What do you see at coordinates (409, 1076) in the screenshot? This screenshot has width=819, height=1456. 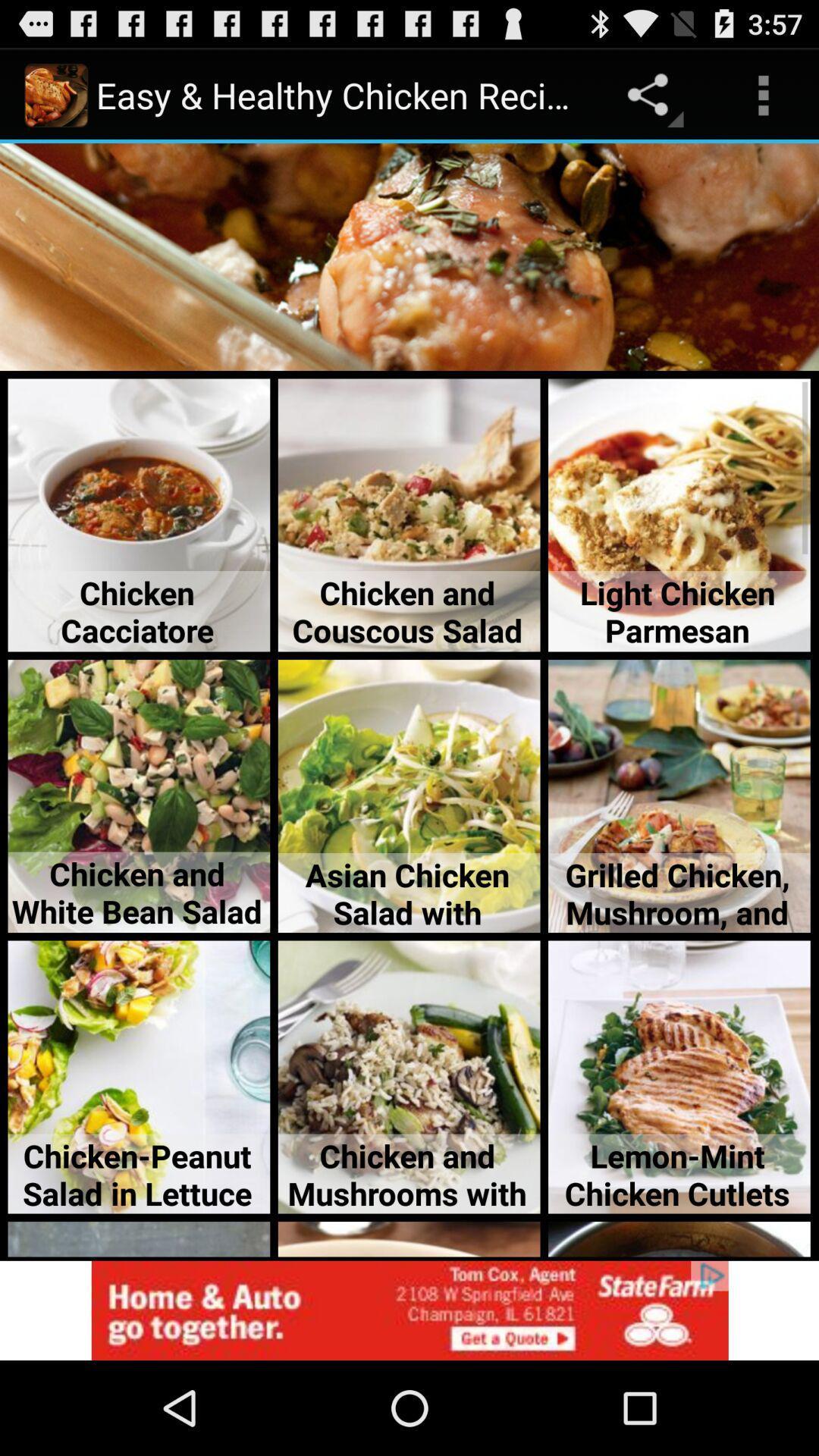 I see `the text image chicken and mushrooms with` at bounding box center [409, 1076].